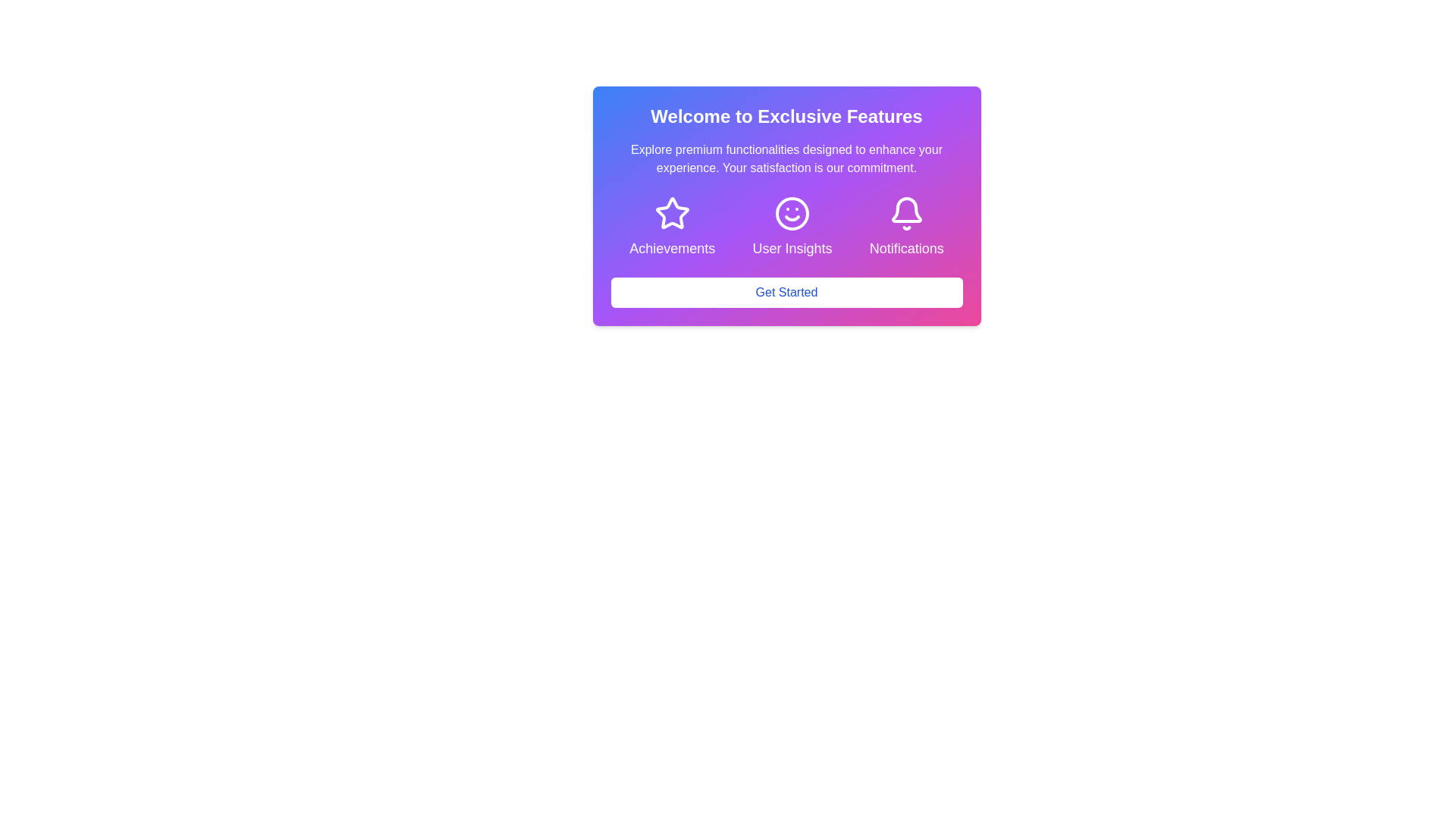 The height and width of the screenshot is (819, 1456). I want to click on the 'Achievements' button located in the top area of the interface, which is the leftmost element in a set of three, so click(671, 227).